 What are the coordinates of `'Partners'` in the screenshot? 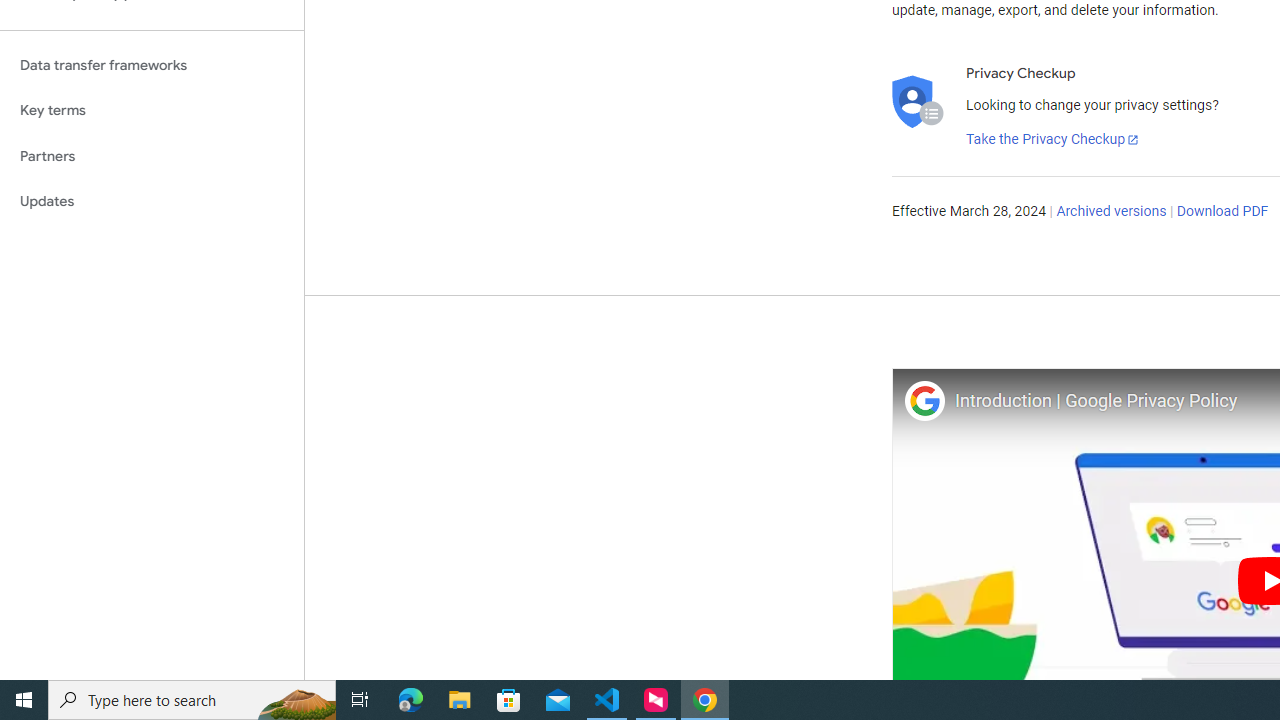 It's located at (151, 155).